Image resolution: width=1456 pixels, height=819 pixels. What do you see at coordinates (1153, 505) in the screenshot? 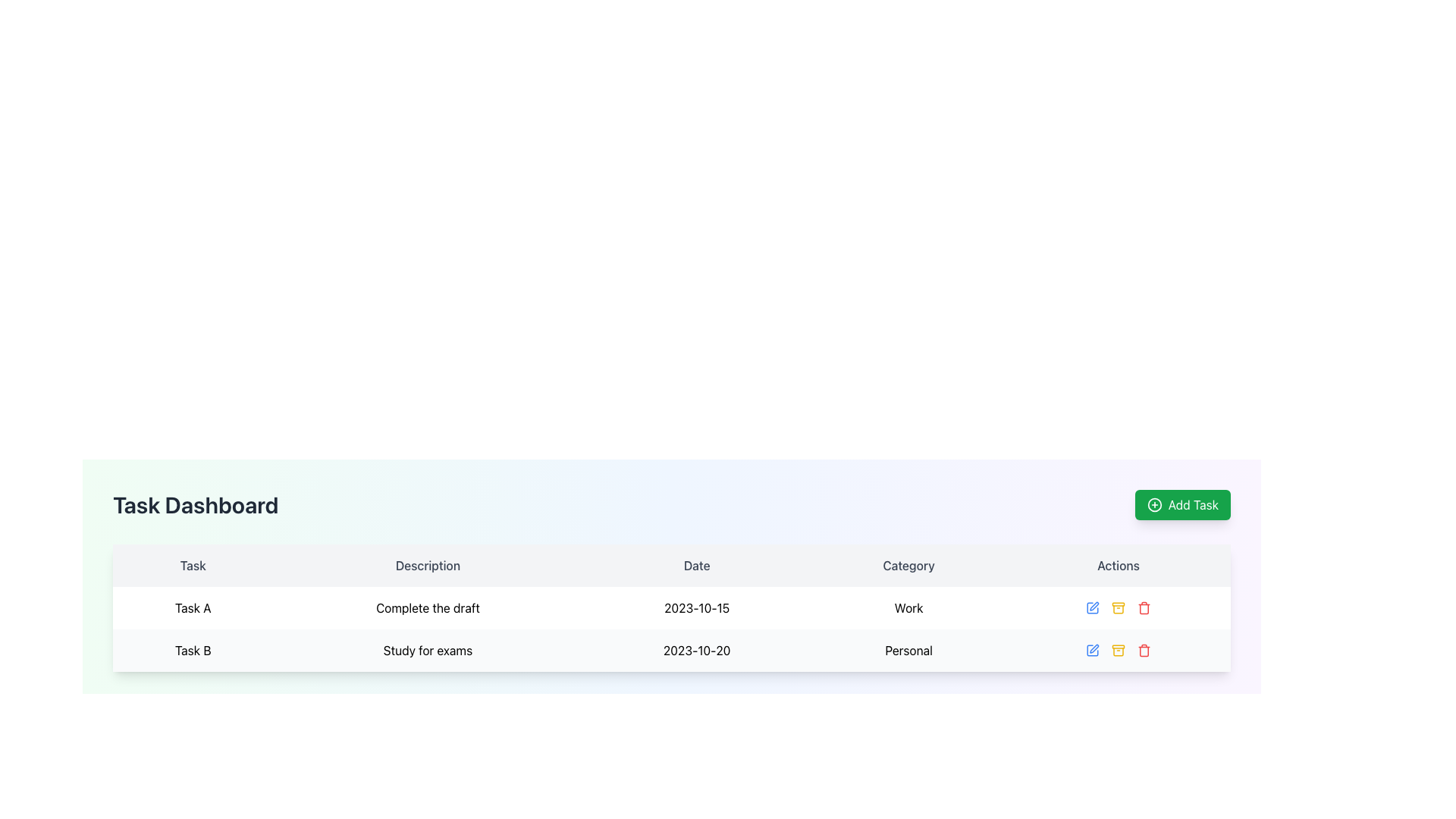
I see `the circle element of the '+' icon, which signifies the addition action for adding a new task in the upper right corner of the task dashboard interface` at bounding box center [1153, 505].